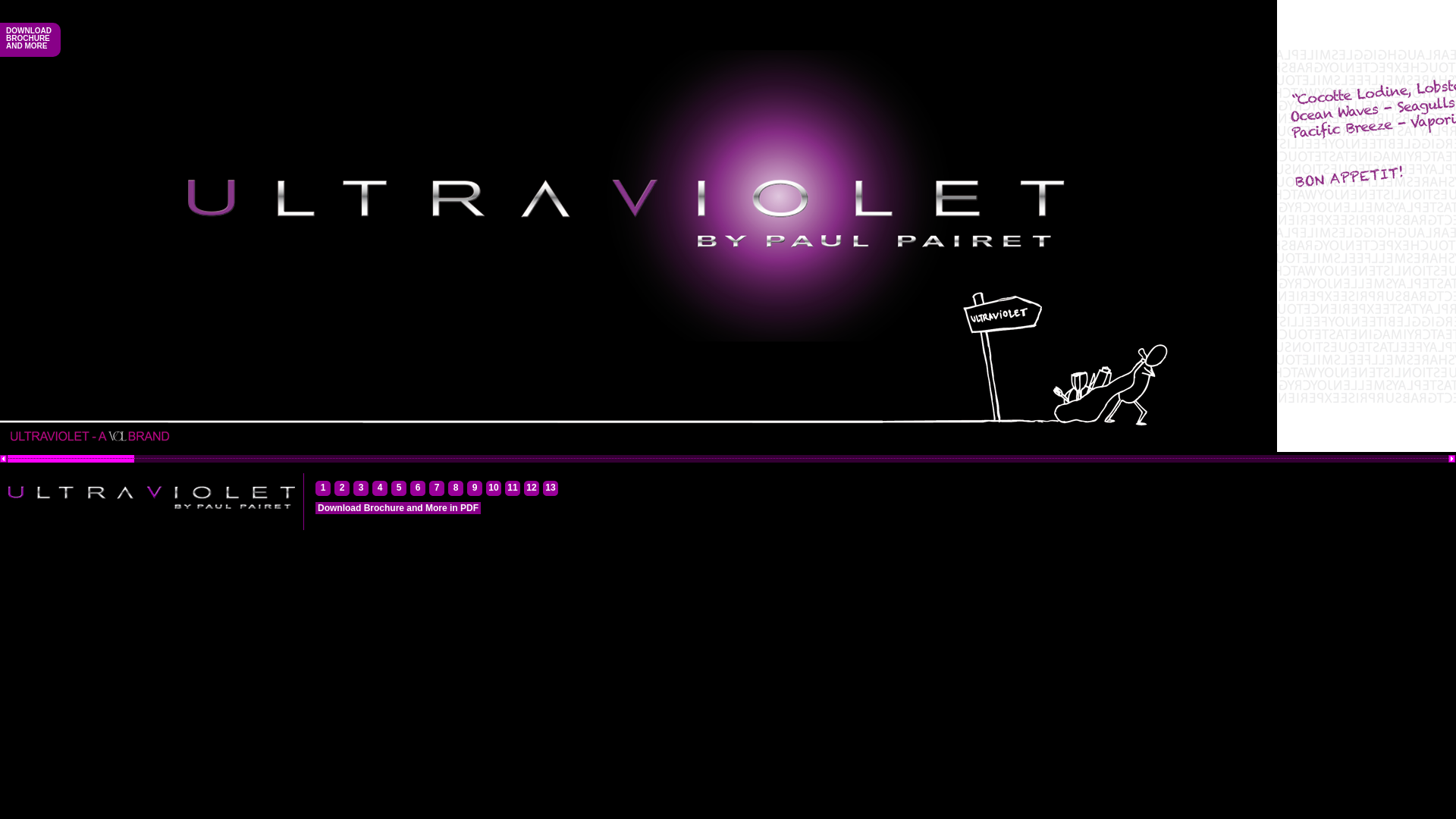 The image size is (1456, 819). I want to click on '11', so click(505, 488).